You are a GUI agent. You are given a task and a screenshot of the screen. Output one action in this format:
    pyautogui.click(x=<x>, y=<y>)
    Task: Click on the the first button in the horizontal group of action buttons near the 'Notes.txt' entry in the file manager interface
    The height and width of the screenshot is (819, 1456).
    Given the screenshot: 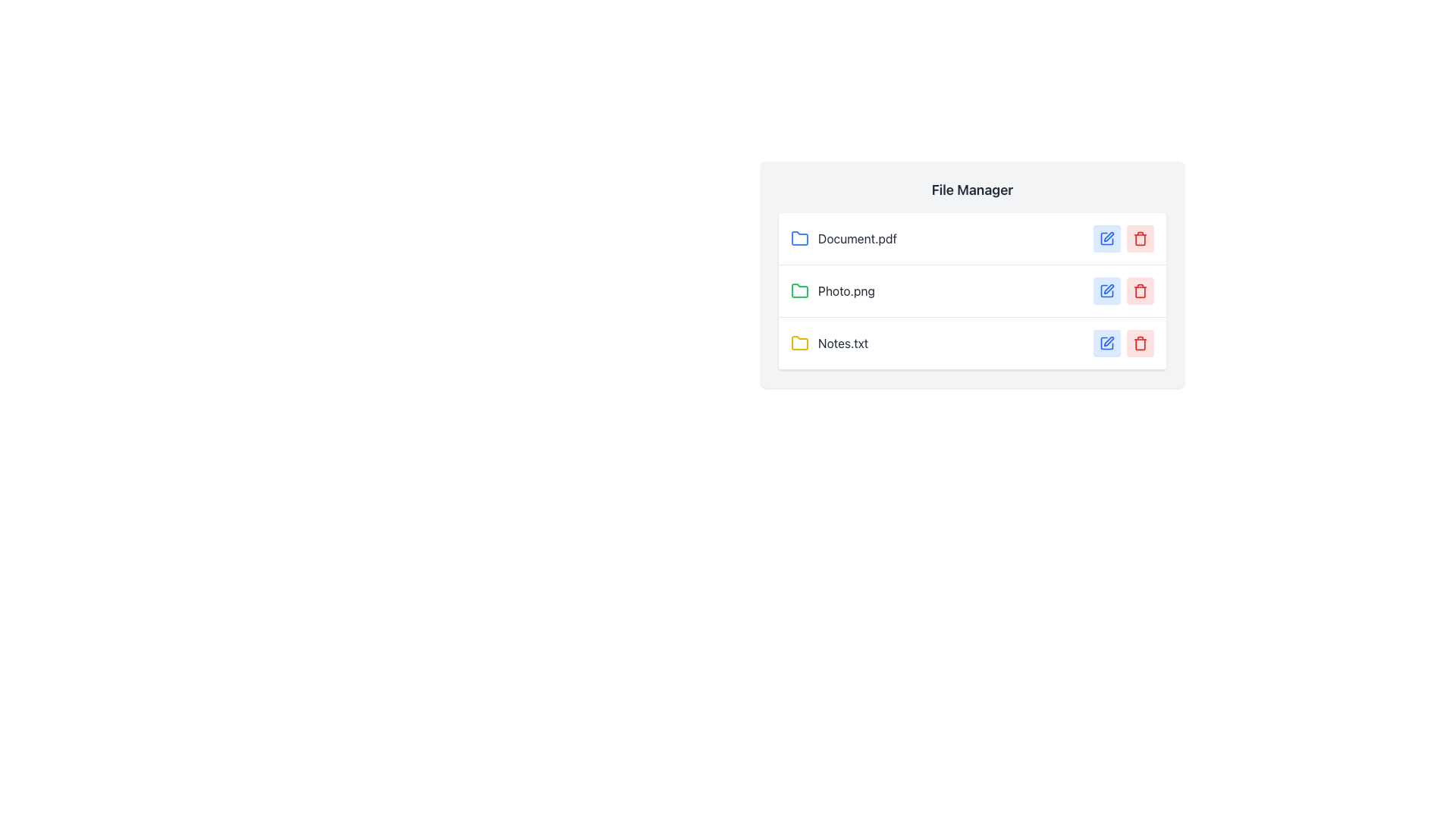 What is the action you would take?
    pyautogui.click(x=1106, y=343)
    